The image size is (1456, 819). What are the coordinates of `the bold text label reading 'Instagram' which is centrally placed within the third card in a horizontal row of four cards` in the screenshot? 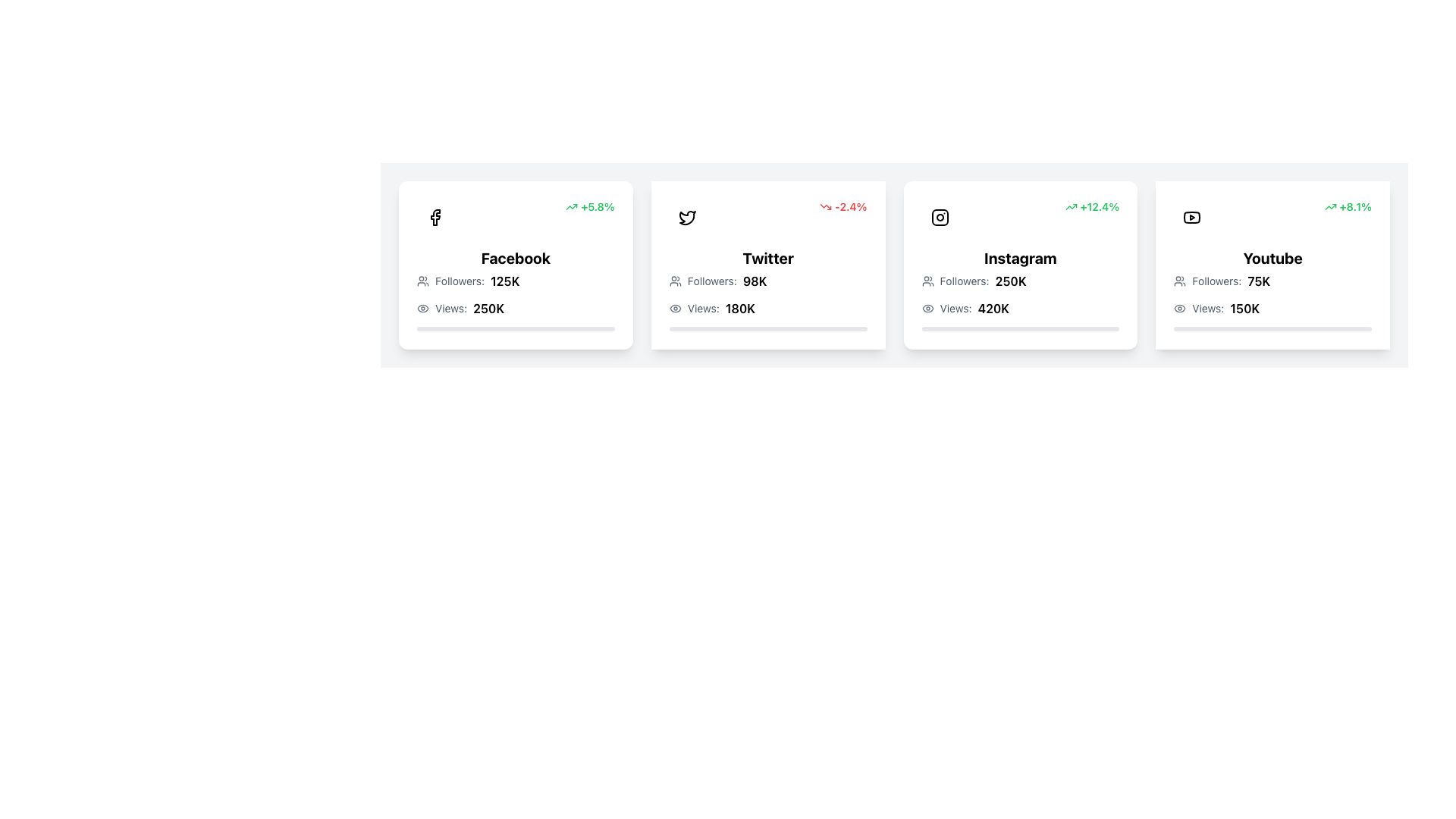 It's located at (1020, 257).